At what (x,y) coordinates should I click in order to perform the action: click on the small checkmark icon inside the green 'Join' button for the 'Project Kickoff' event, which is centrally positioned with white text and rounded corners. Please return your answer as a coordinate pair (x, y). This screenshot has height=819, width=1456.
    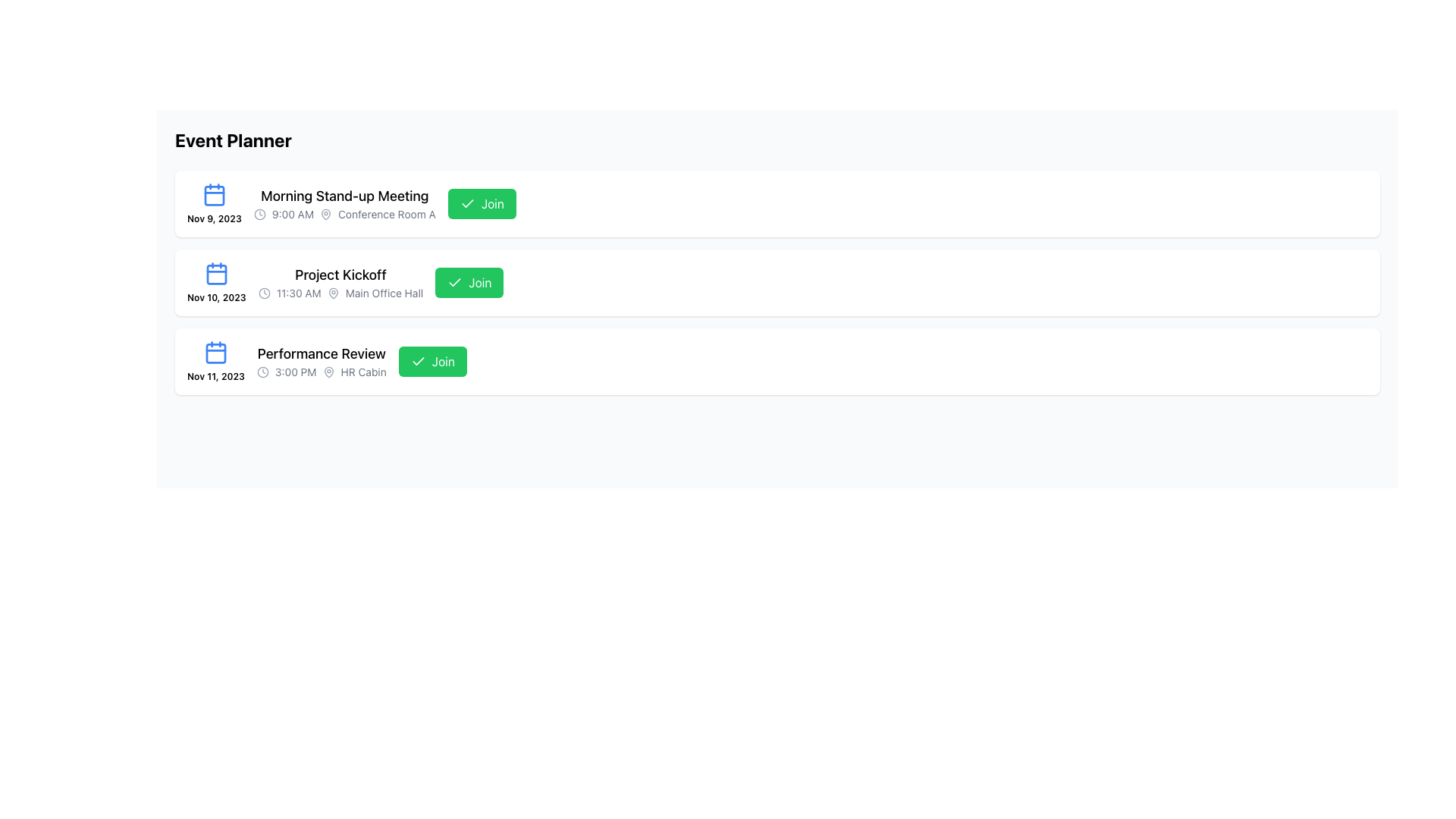
    Looking at the image, I should click on (466, 202).